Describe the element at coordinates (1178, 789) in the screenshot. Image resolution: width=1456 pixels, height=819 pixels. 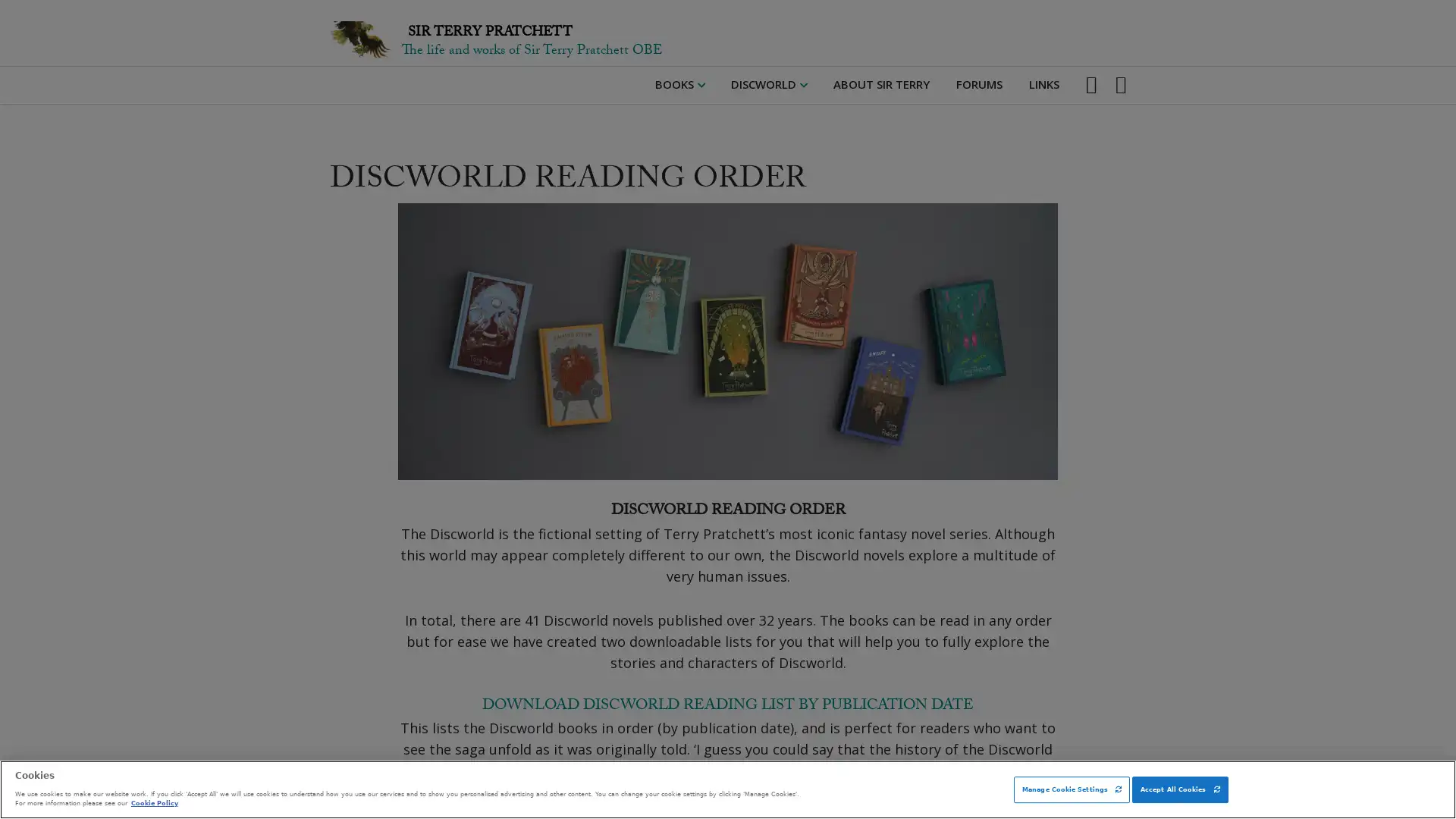
I see `Accept All Cookies` at that location.